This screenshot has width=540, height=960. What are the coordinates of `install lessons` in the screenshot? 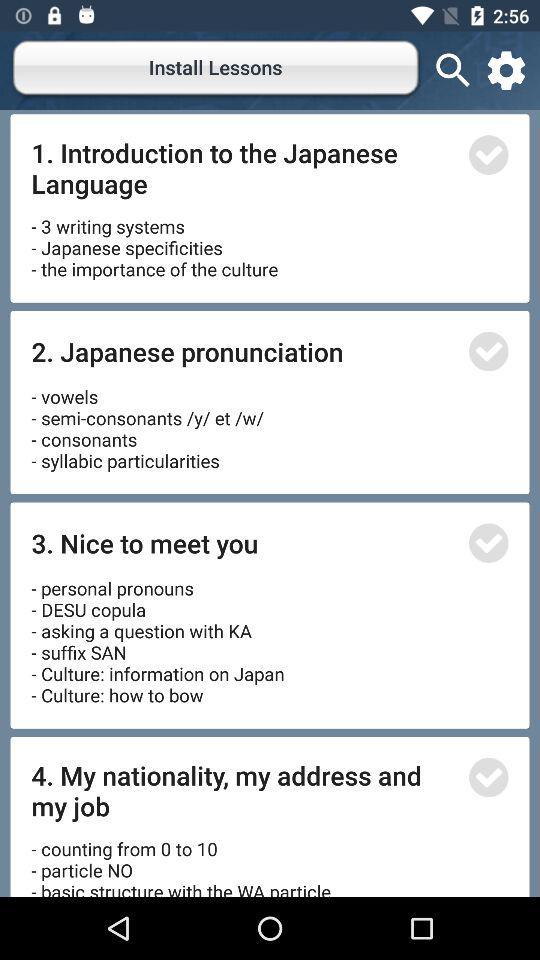 It's located at (216, 70).